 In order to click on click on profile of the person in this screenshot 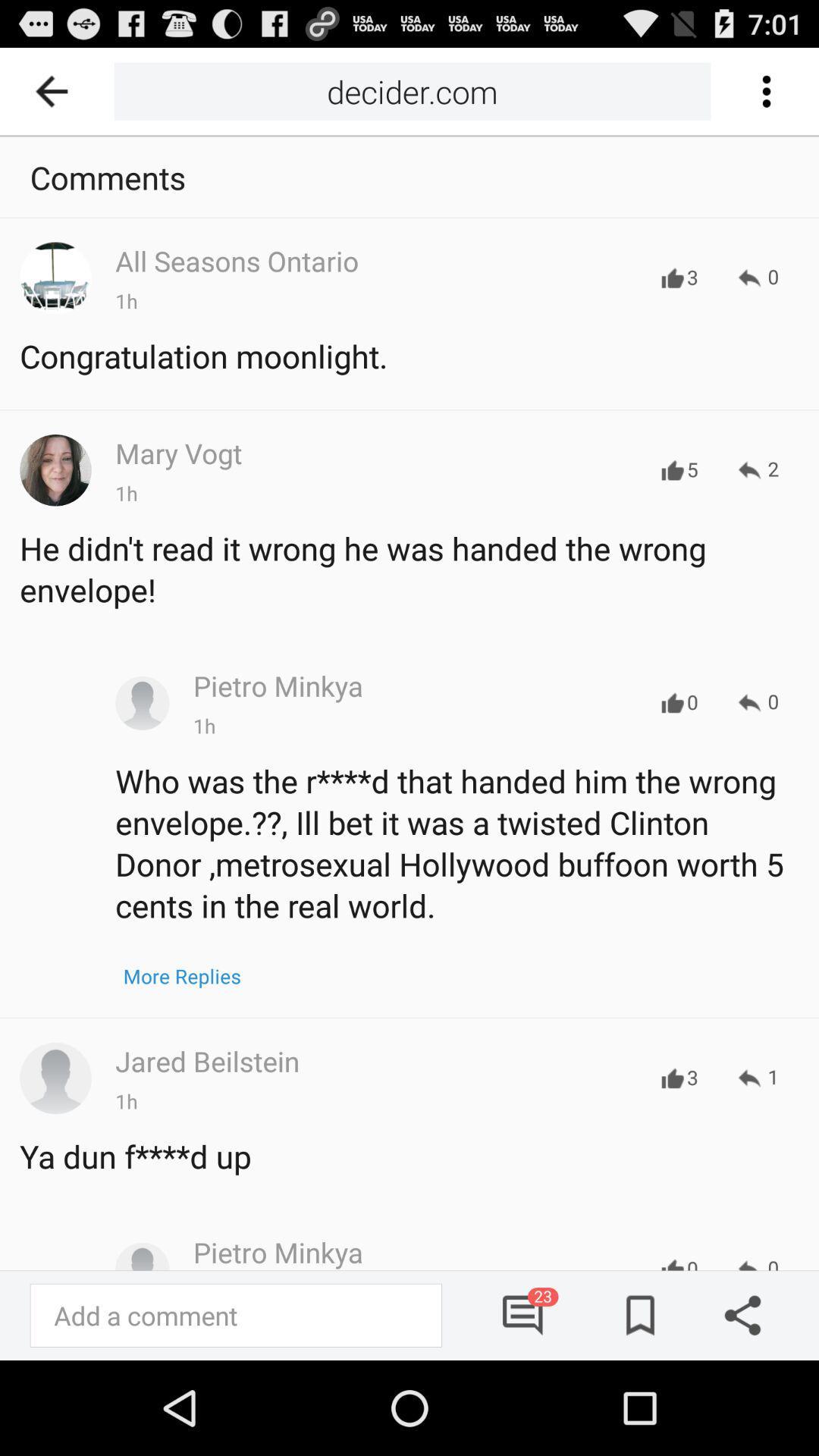, I will do `click(55, 1077)`.